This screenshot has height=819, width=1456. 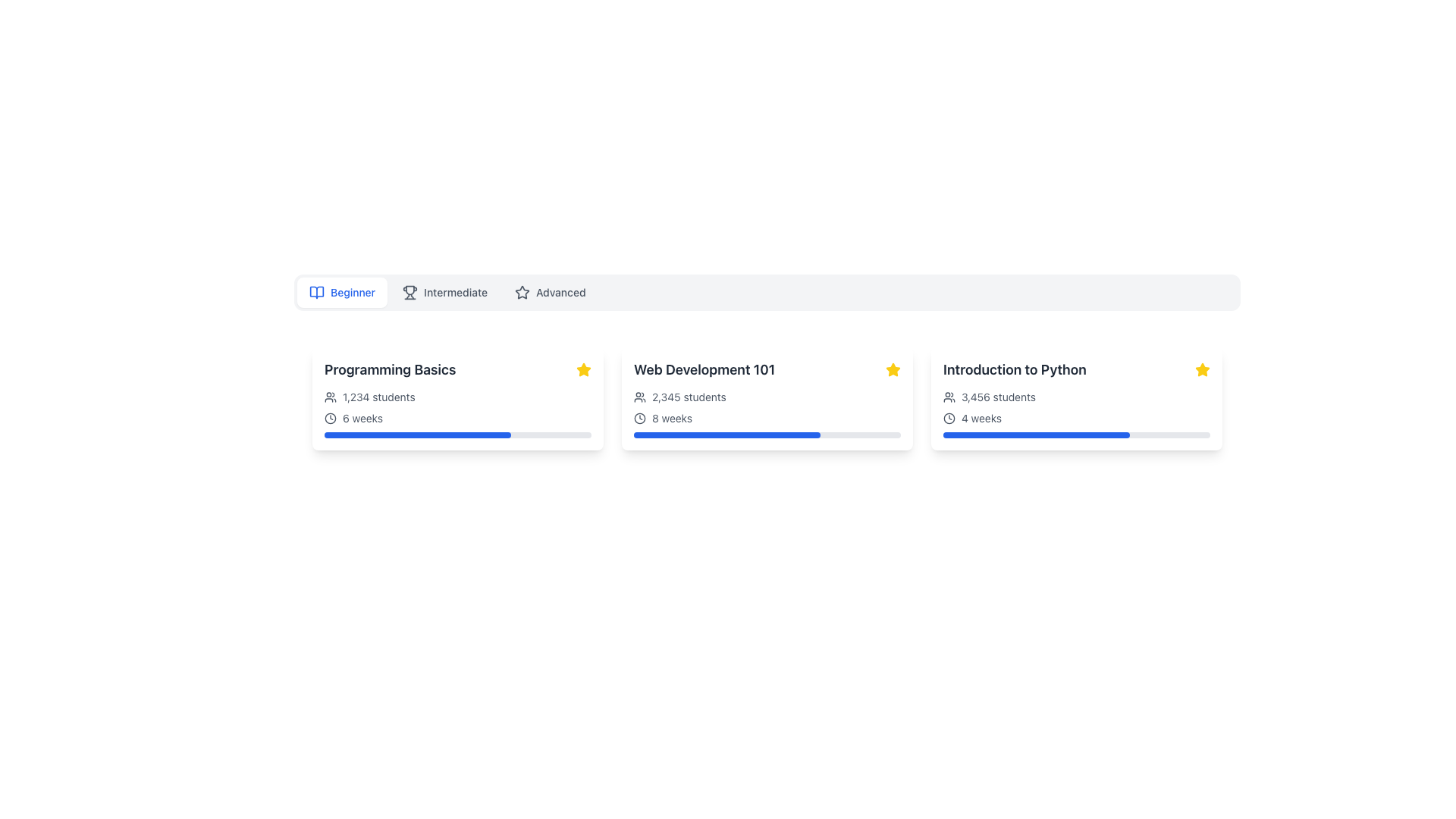 What do you see at coordinates (522, 292) in the screenshot?
I see `the star icon located in the navigation bar adjacent to the 'Advanced' label, indicating its importance` at bounding box center [522, 292].